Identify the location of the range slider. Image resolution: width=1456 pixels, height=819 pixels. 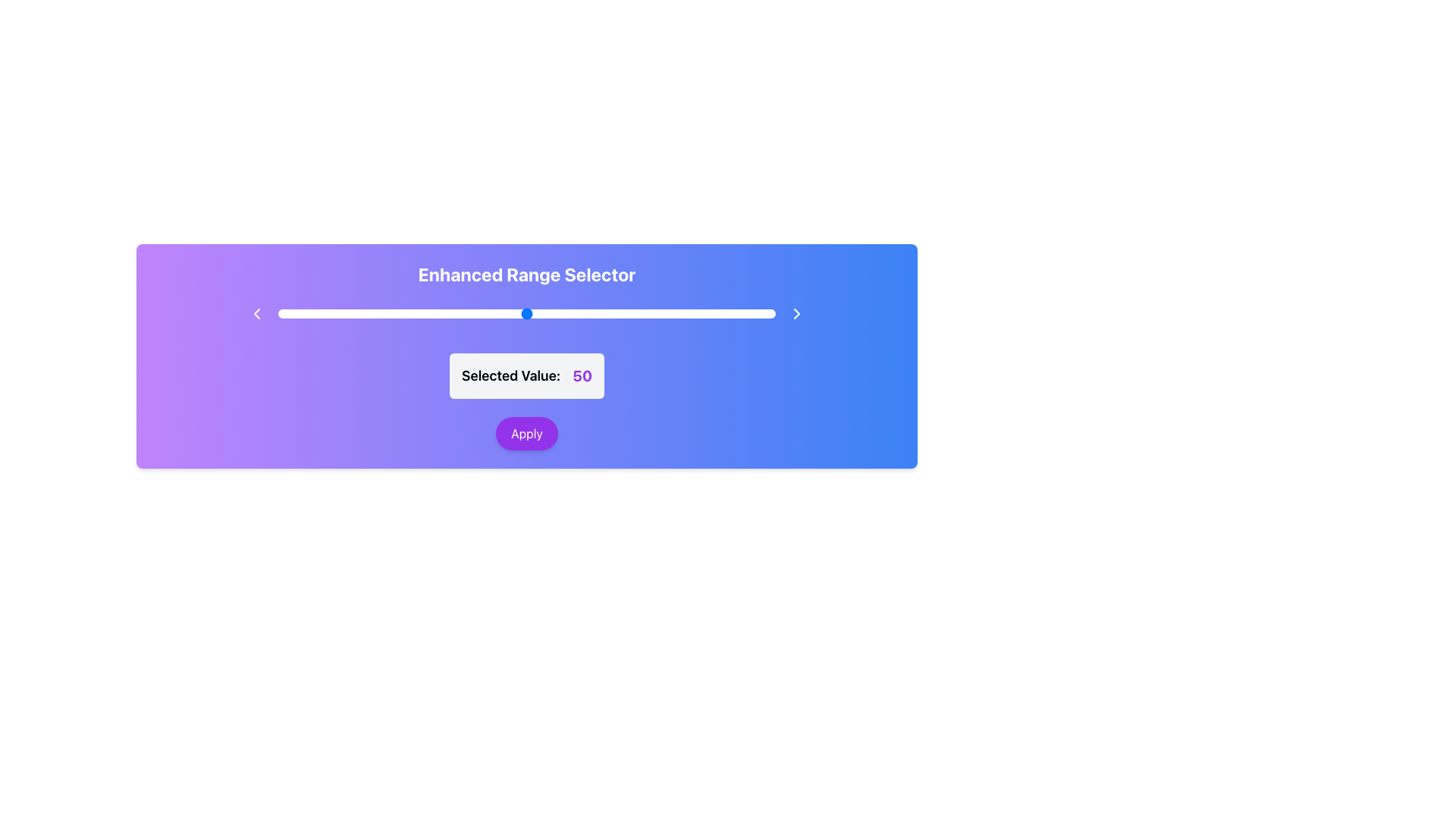
(426, 312).